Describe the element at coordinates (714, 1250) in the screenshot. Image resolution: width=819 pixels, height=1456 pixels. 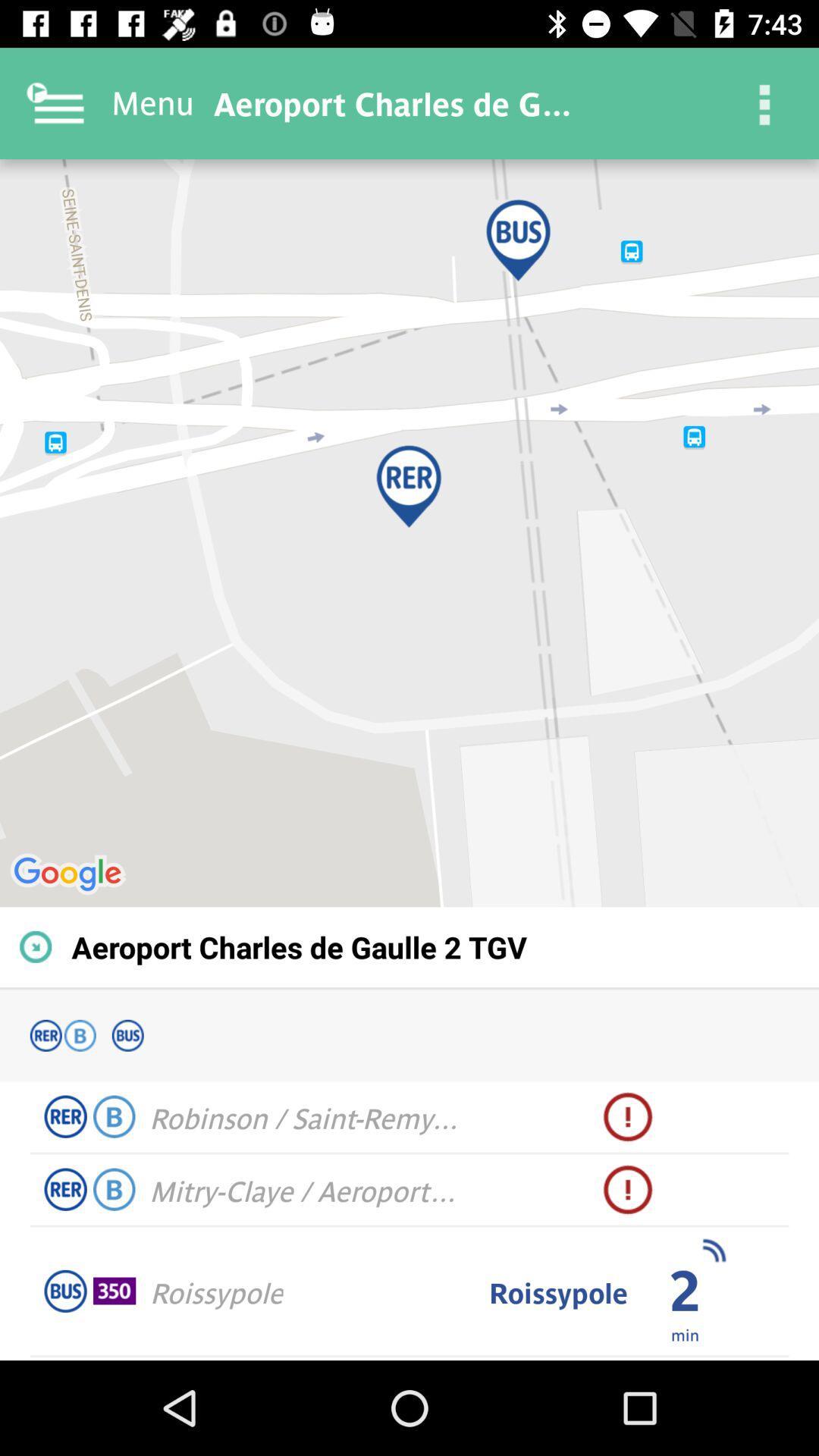
I see `icon next to the 2` at that location.